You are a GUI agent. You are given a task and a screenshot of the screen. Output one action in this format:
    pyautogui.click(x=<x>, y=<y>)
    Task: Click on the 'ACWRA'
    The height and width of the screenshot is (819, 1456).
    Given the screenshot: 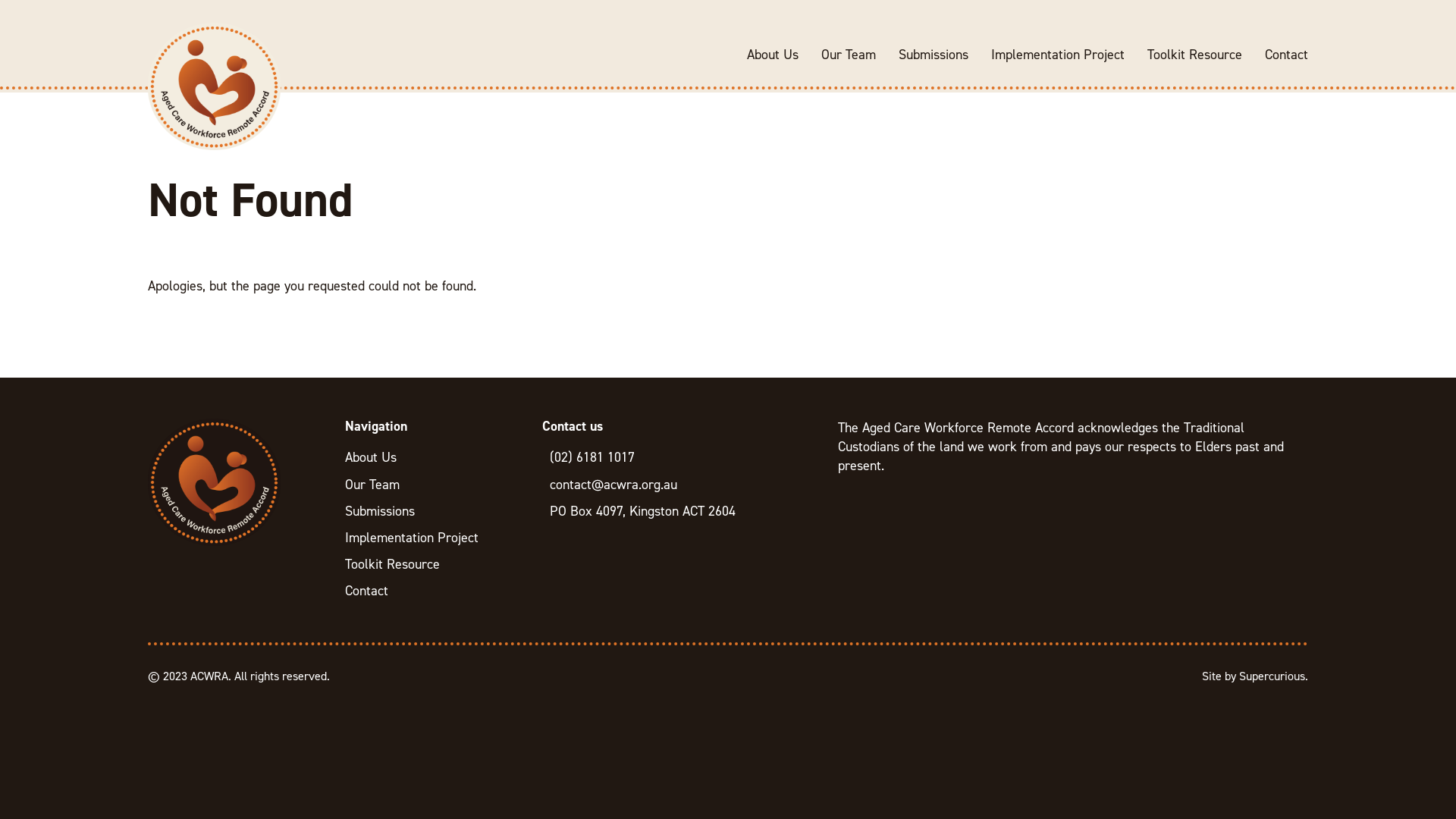 What is the action you would take?
    pyautogui.click(x=213, y=86)
    